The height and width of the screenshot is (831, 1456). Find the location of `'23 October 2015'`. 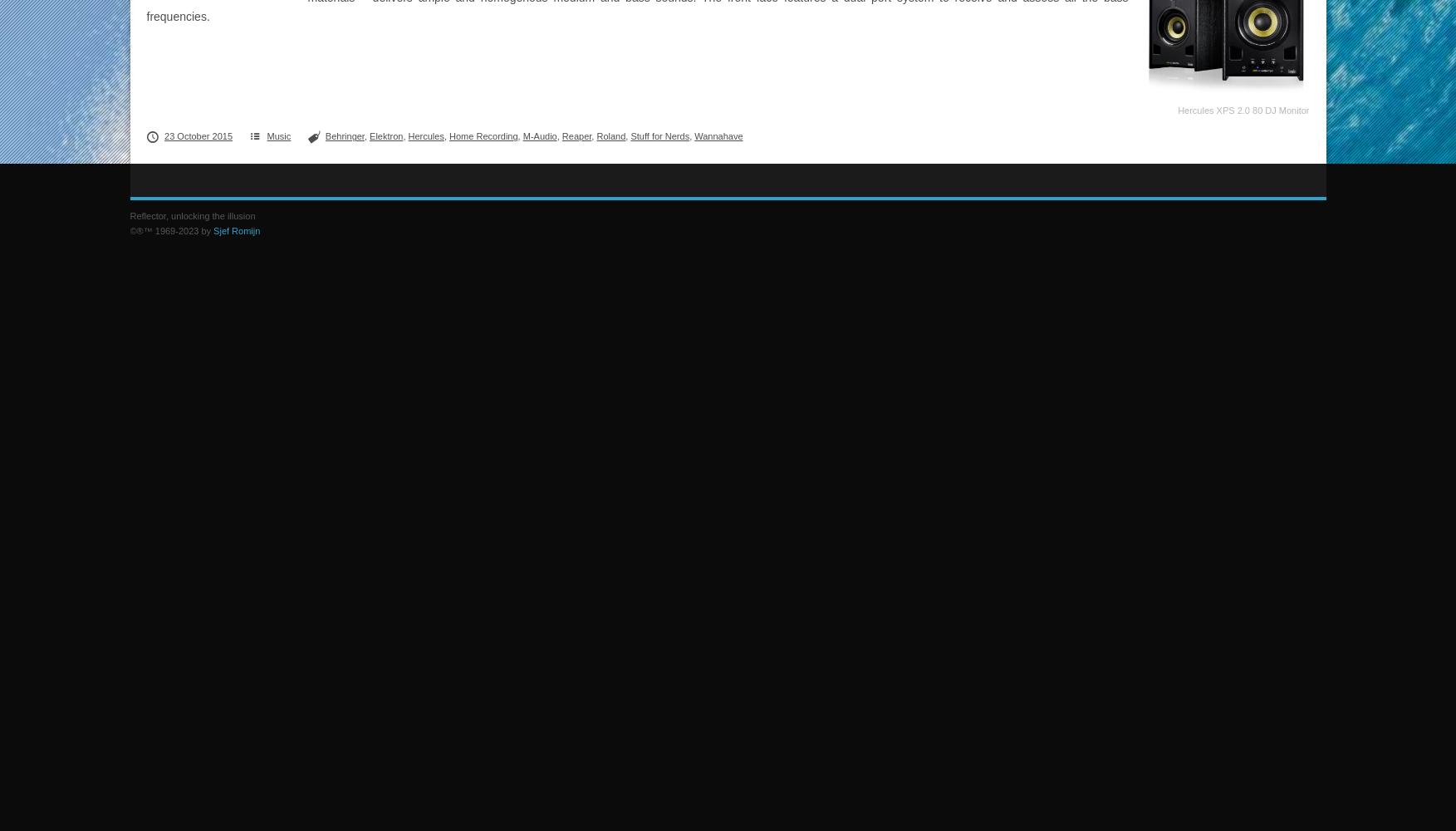

'23 October 2015' is located at coordinates (198, 136).